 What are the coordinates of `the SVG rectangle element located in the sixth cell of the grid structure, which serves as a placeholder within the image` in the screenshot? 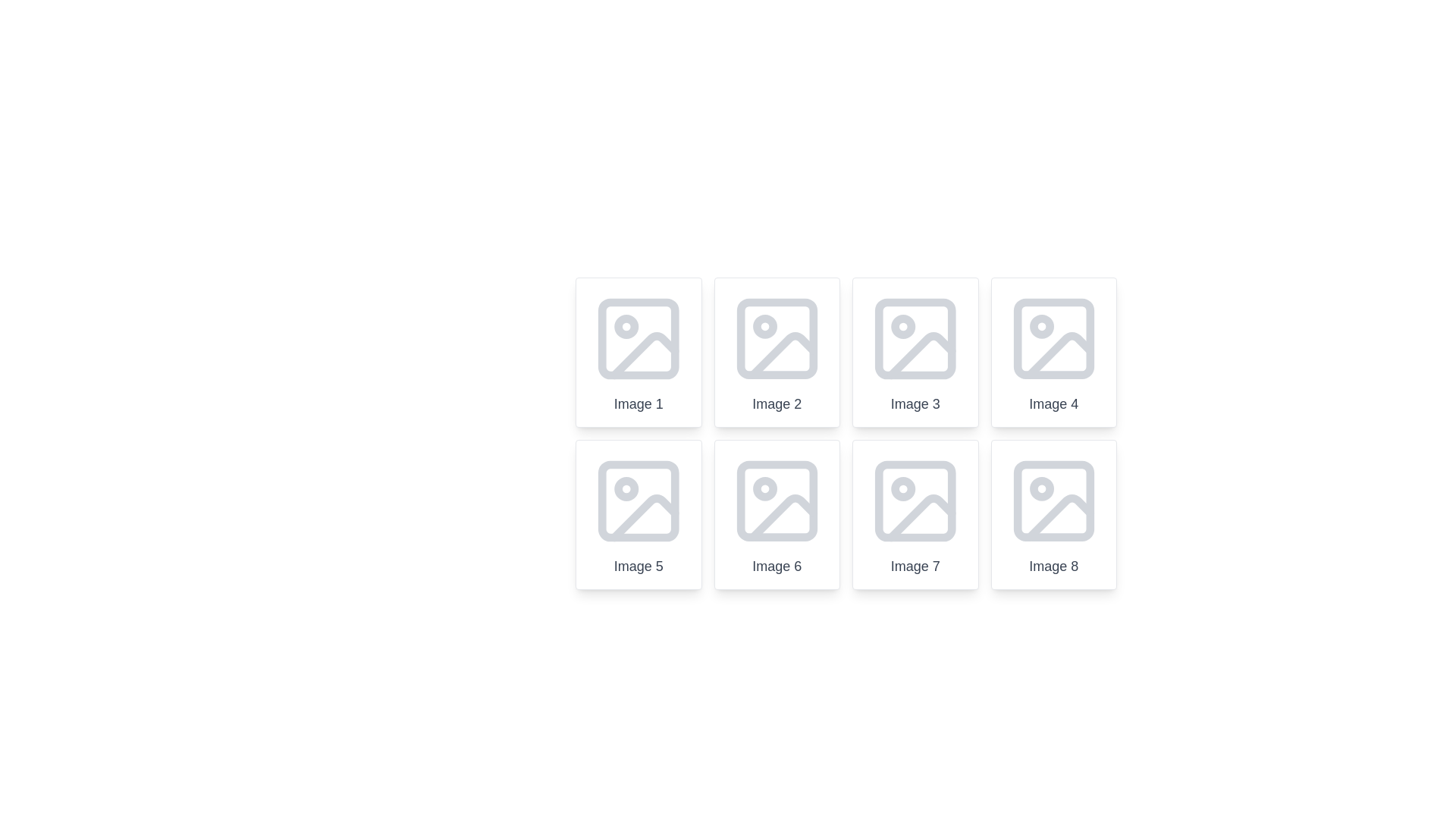 It's located at (777, 500).